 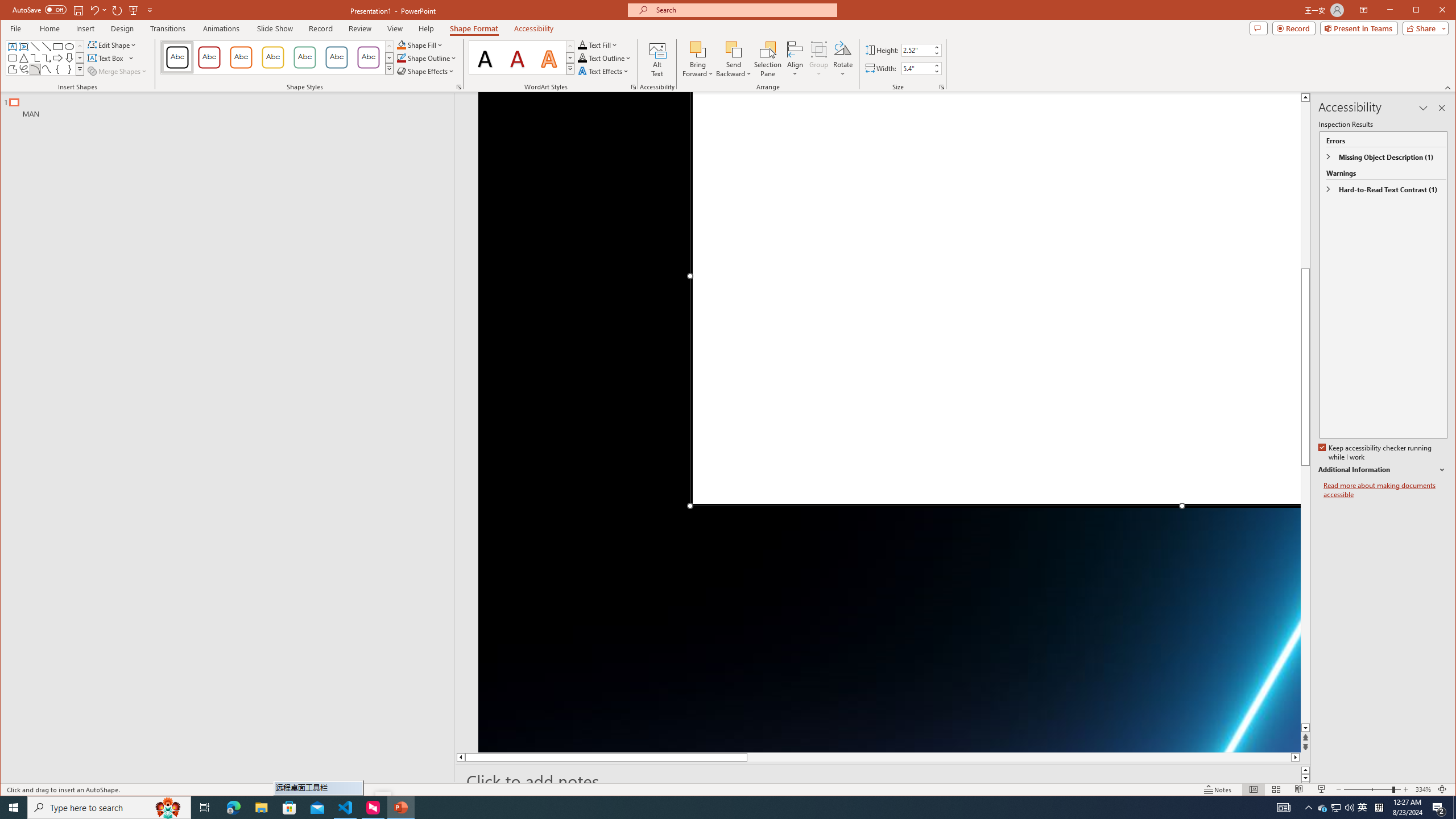 What do you see at coordinates (336, 57) in the screenshot?
I see `'Colored Outline - Blue-Gray, Accent 5'` at bounding box center [336, 57].